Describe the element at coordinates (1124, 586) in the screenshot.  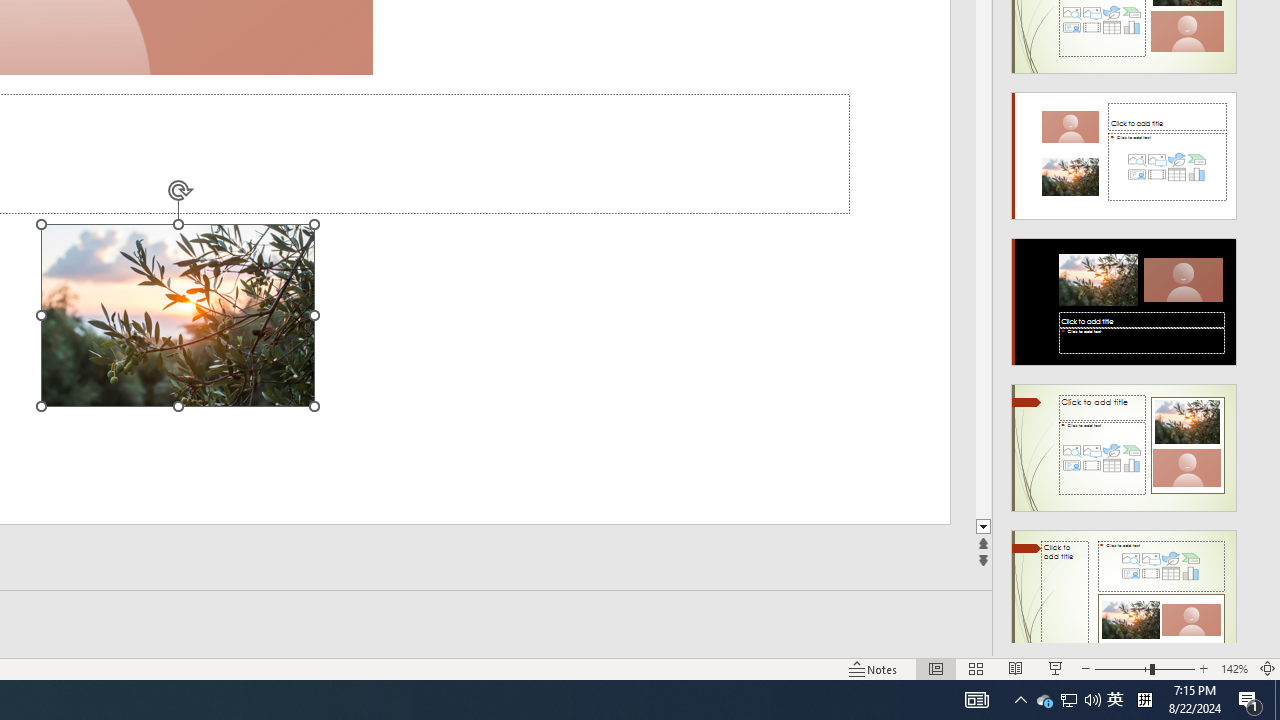
I see `'Design Idea'` at that location.